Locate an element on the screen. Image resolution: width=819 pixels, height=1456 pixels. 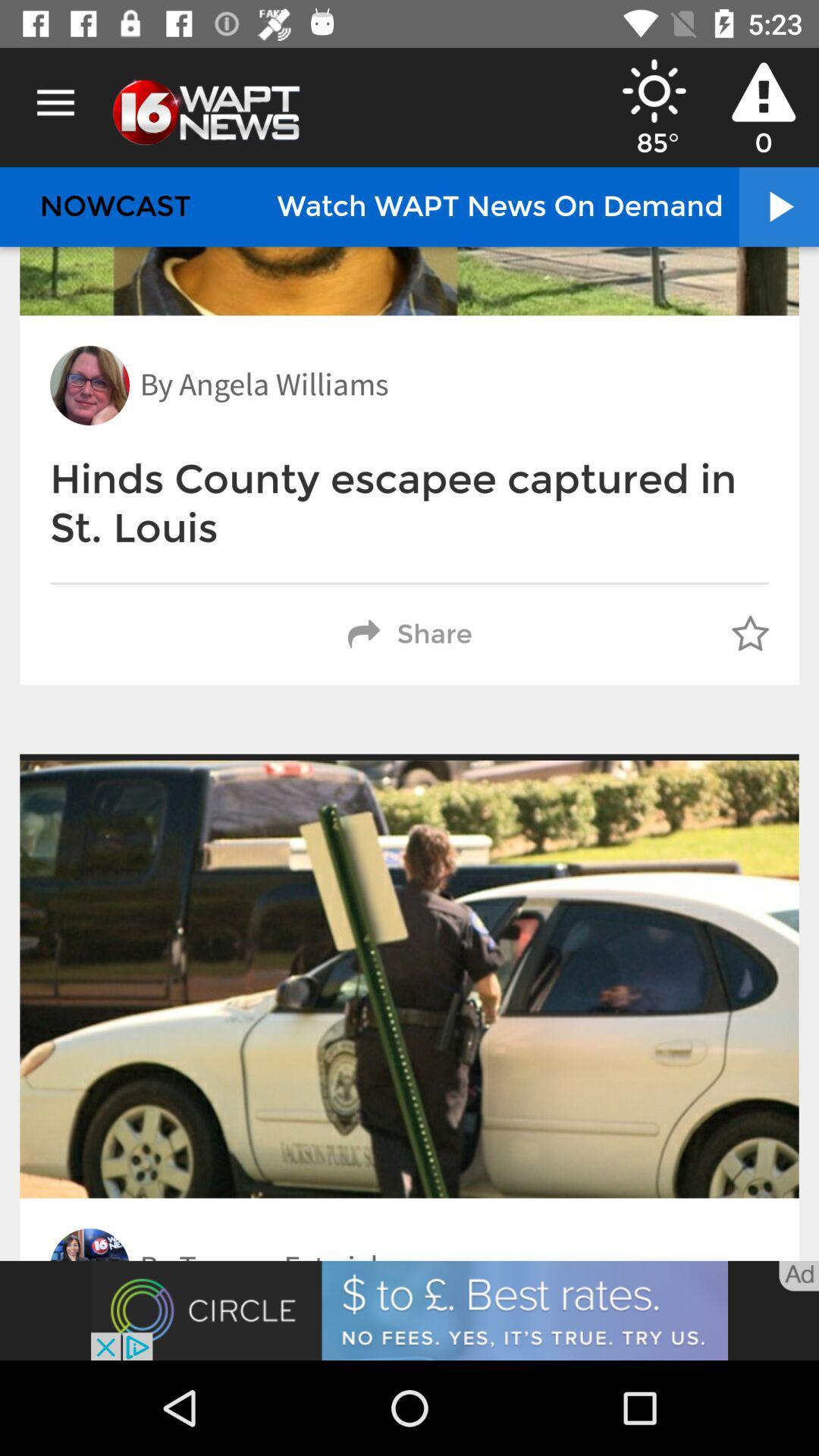
the picture is located at coordinates (409, 1310).